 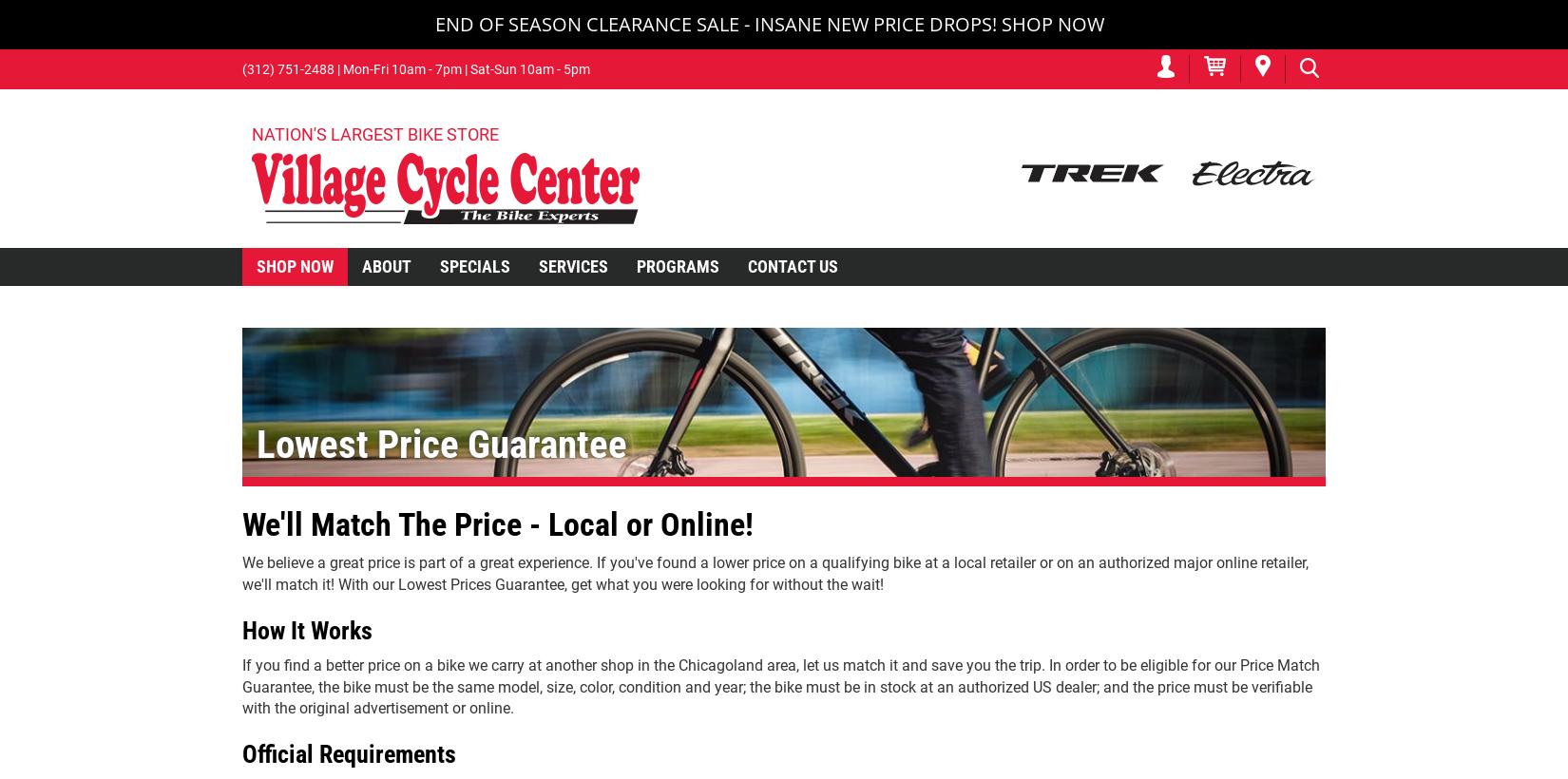 What do you see at coordinates (349, 754) in the screenshot?
I see `'Official Requirements'` at bounding box center [349, 754].